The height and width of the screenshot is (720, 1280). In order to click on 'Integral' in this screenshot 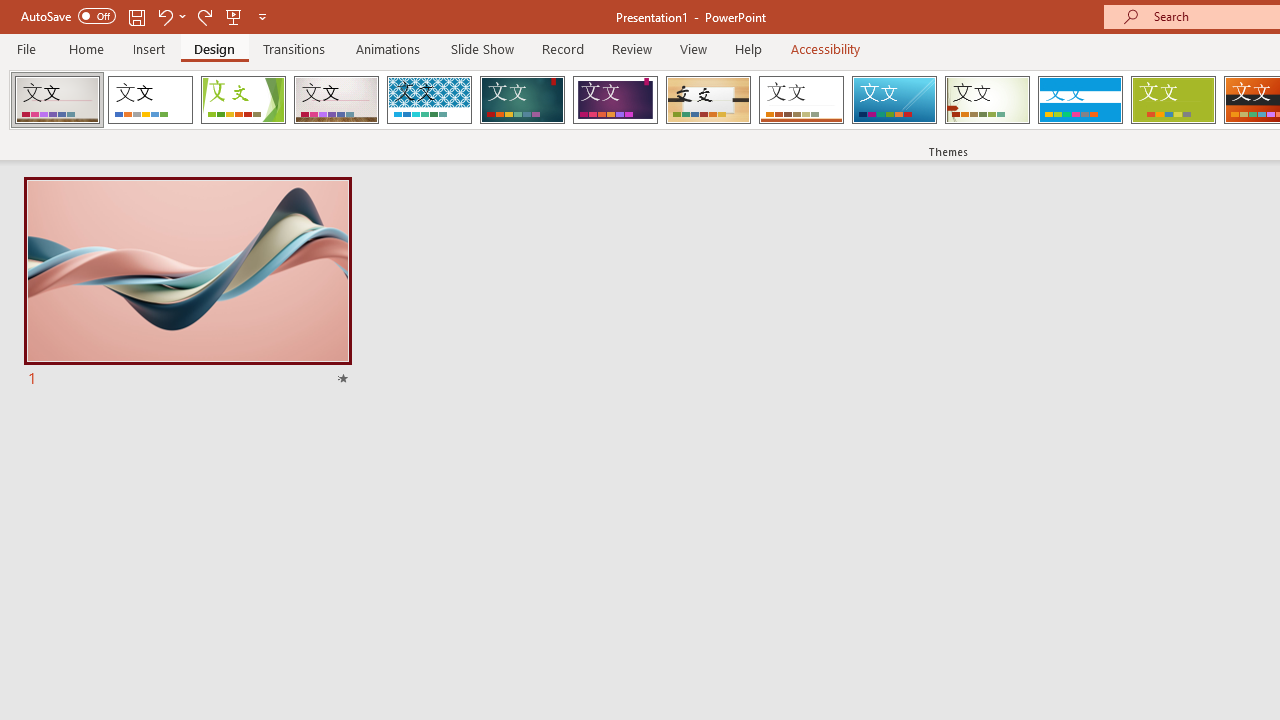, I will do `click(428, 100)`.